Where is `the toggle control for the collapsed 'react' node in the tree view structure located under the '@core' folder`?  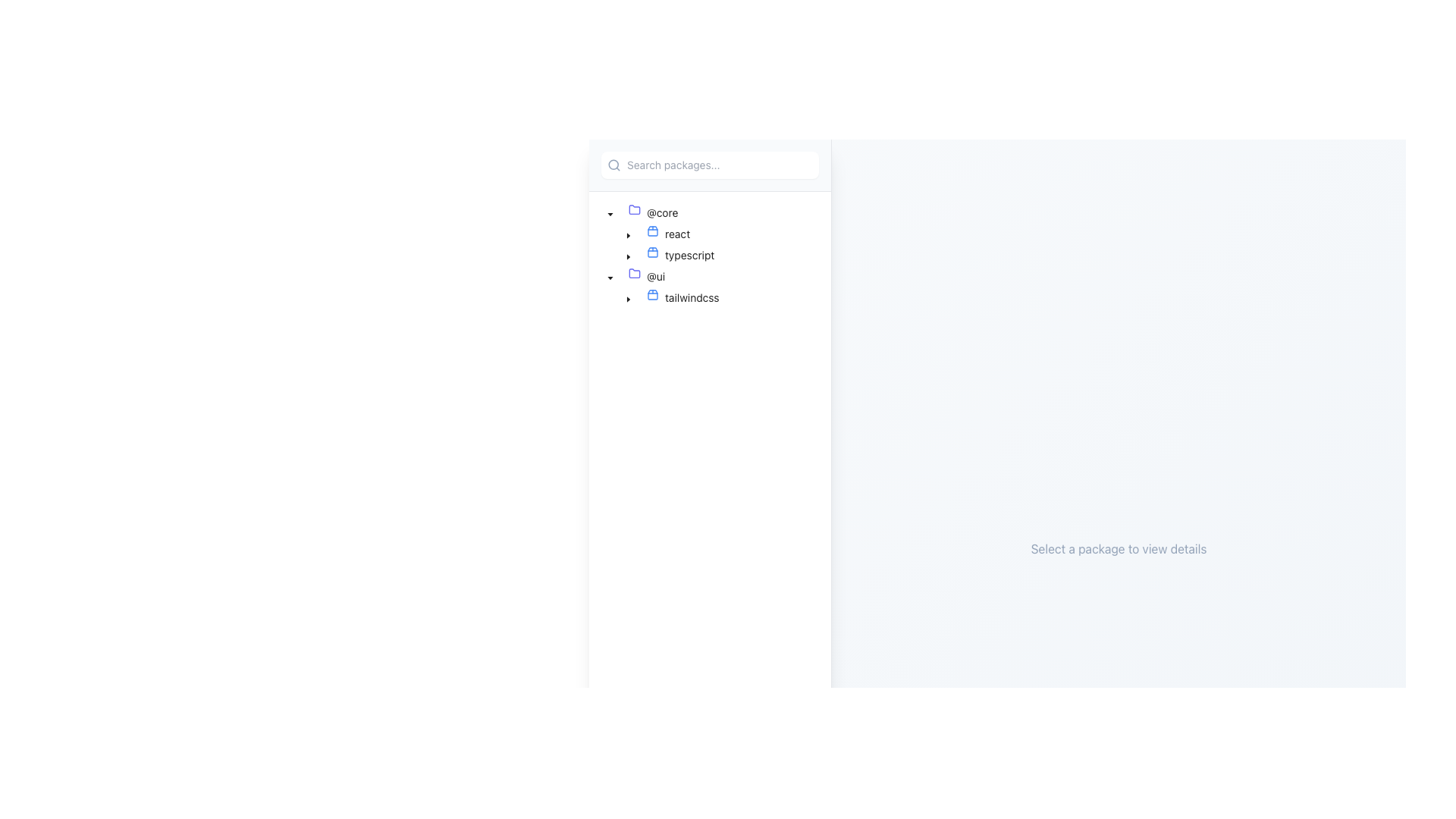 the toggle control for the collapsed 'react' node in the tree view structure located under the '@core' folder is located at coordinates (629, 234).